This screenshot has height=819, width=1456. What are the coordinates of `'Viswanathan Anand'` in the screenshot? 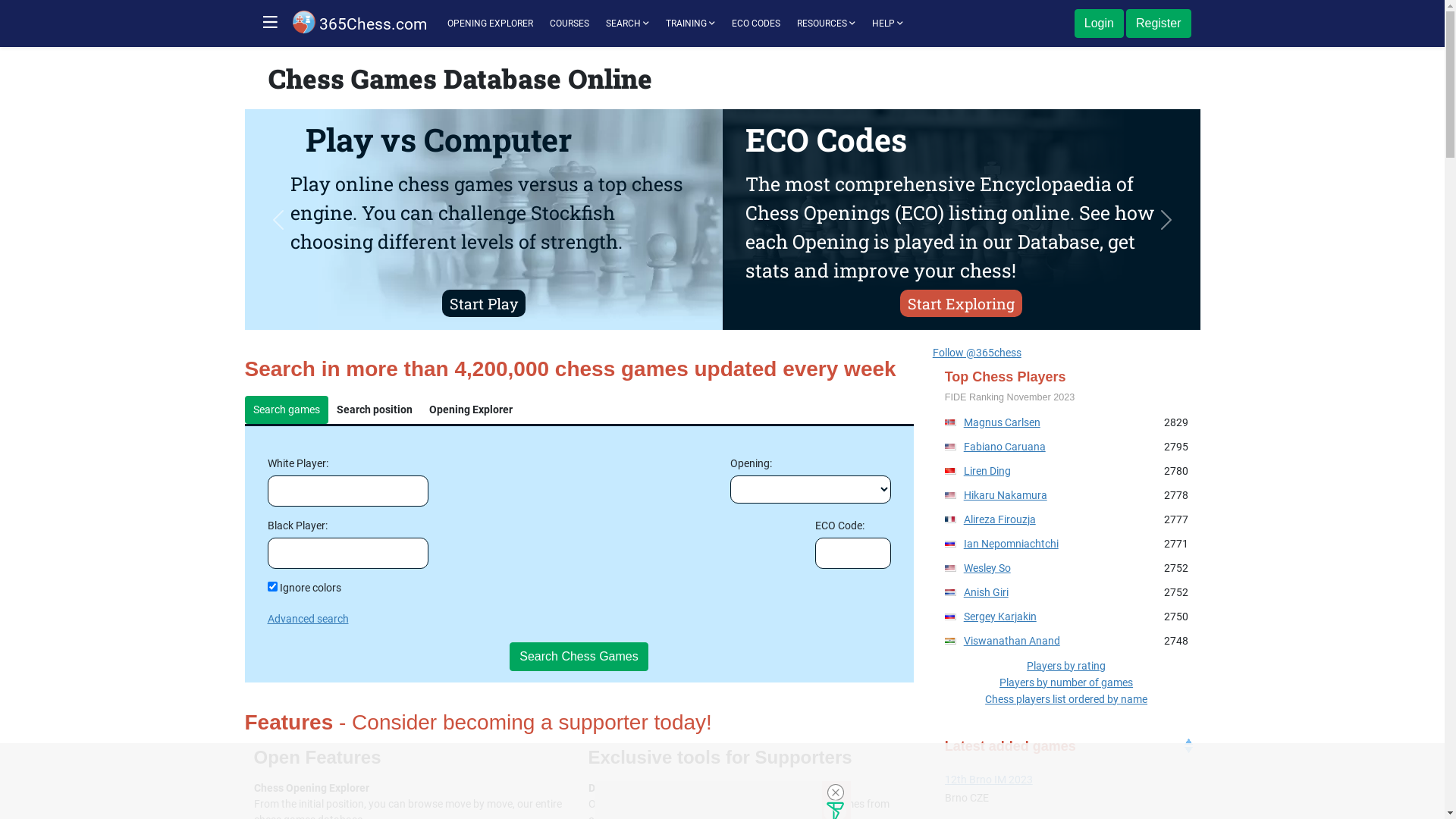 It's located at (1012, 640).